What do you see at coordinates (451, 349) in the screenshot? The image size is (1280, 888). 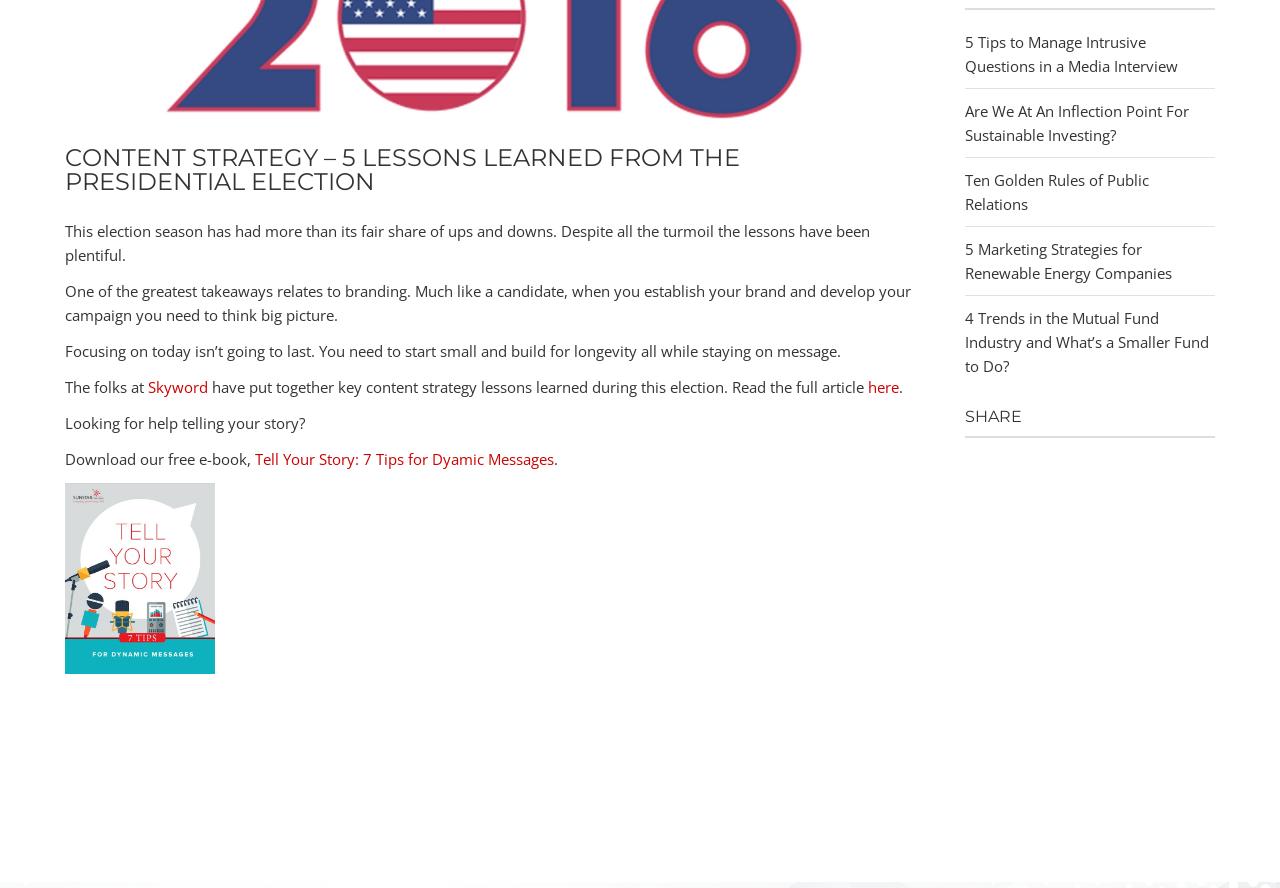 I see `'Focusing on today isn’t going to last. You need to start small and build for longevity all while staying on message.'` at bounding box center [451, 349].